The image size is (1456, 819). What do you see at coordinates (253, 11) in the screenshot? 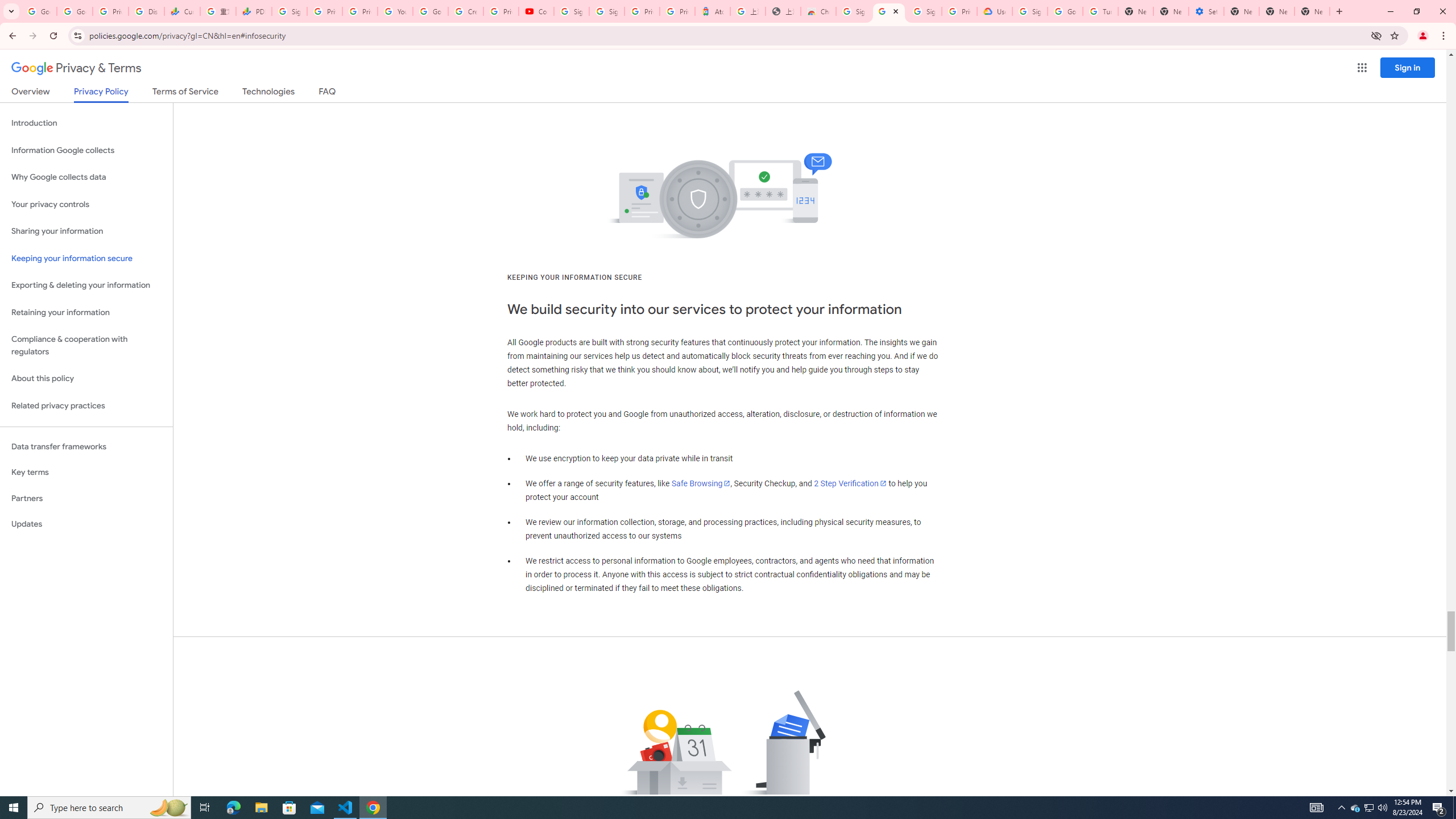
I see `'PDD Holdings Inc - ADR (PDD) Price & News - Google Finance'` at bounding box center [253, 11].